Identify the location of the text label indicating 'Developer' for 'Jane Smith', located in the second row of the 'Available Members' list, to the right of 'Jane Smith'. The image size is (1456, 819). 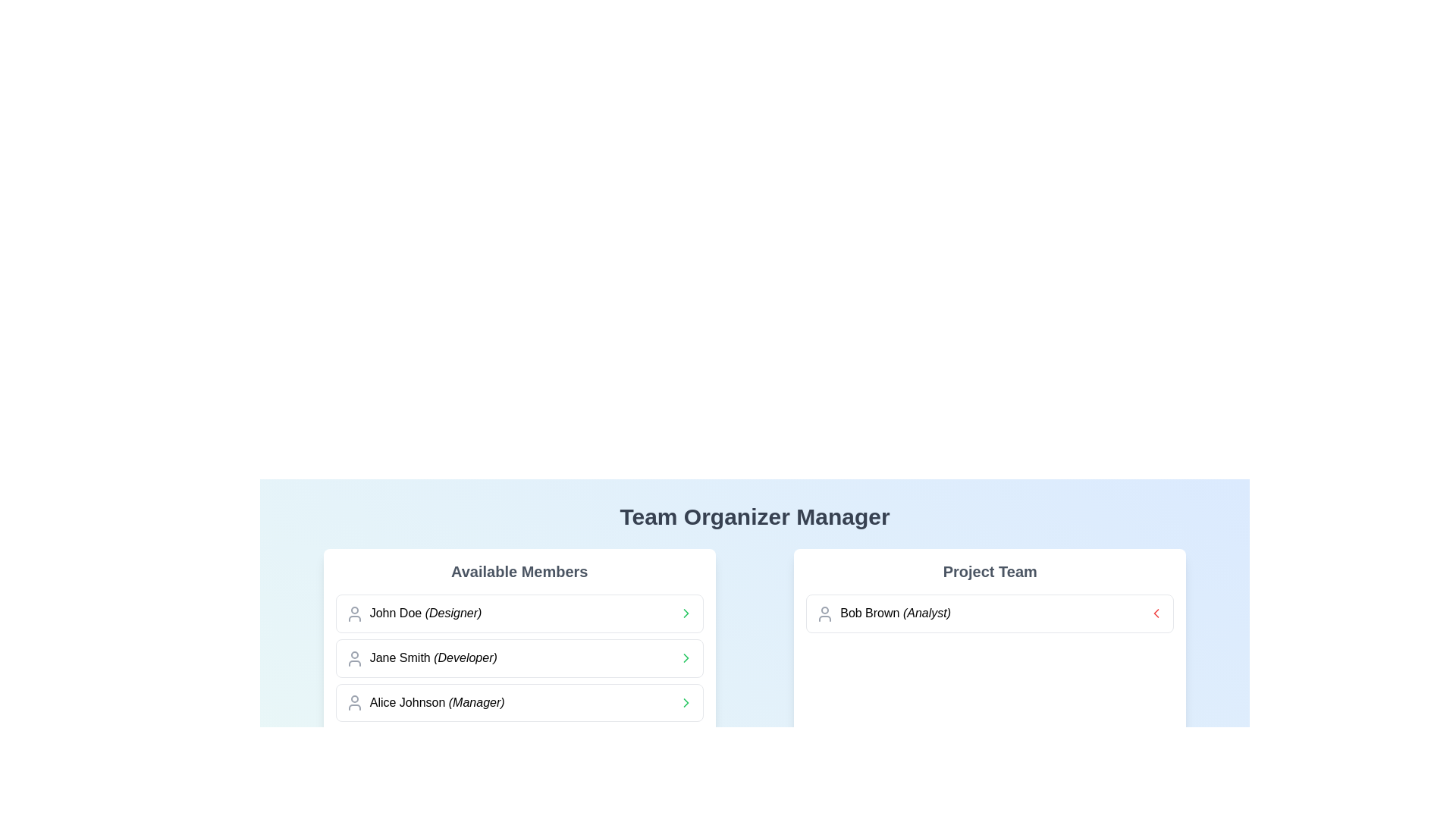
(465, 657).